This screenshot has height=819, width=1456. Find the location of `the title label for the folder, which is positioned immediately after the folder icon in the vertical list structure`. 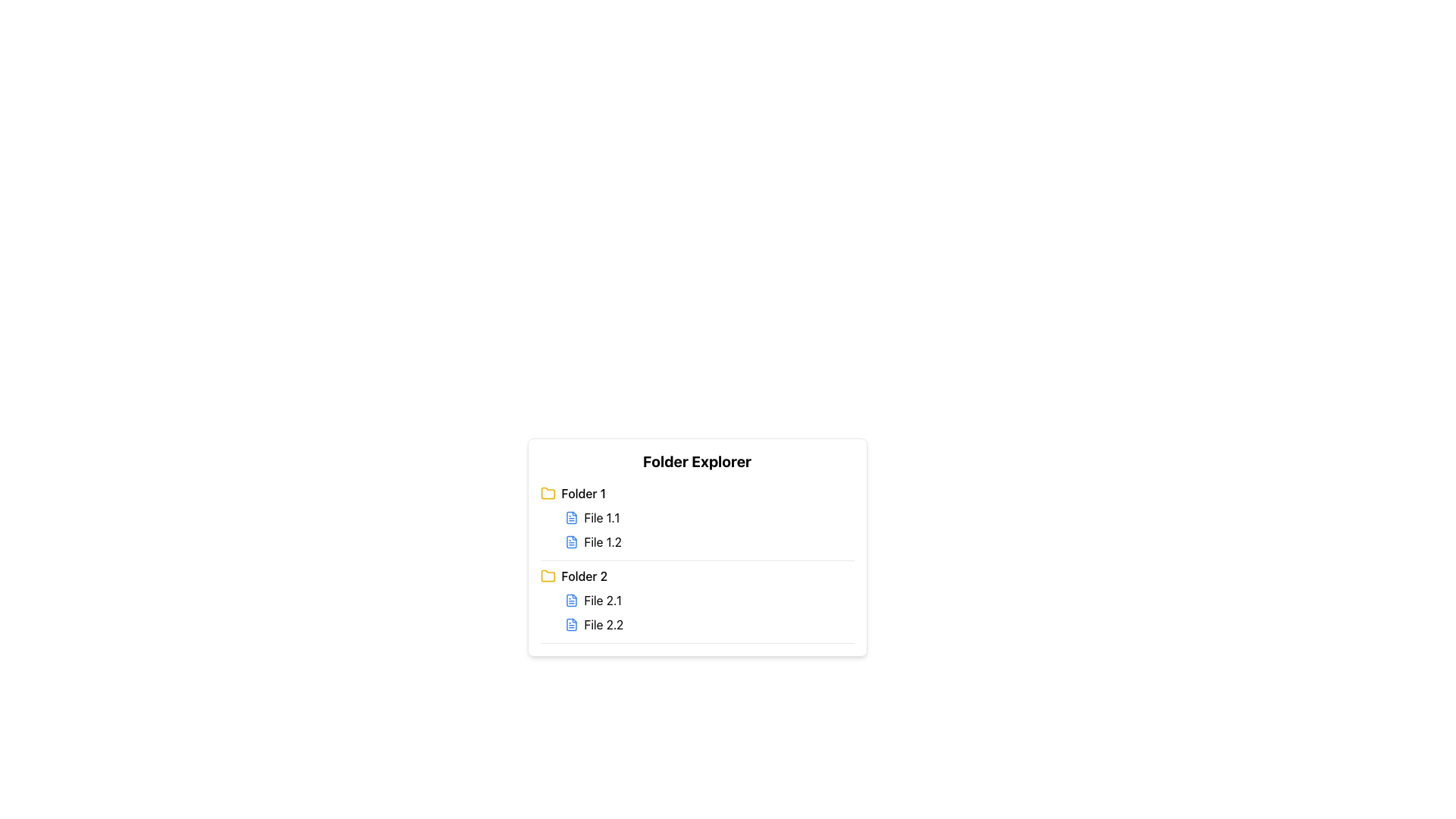

the title label for the folder, which is positioned immediately after the folder icon in the vertical list structure is located at coordinates (582, 494).